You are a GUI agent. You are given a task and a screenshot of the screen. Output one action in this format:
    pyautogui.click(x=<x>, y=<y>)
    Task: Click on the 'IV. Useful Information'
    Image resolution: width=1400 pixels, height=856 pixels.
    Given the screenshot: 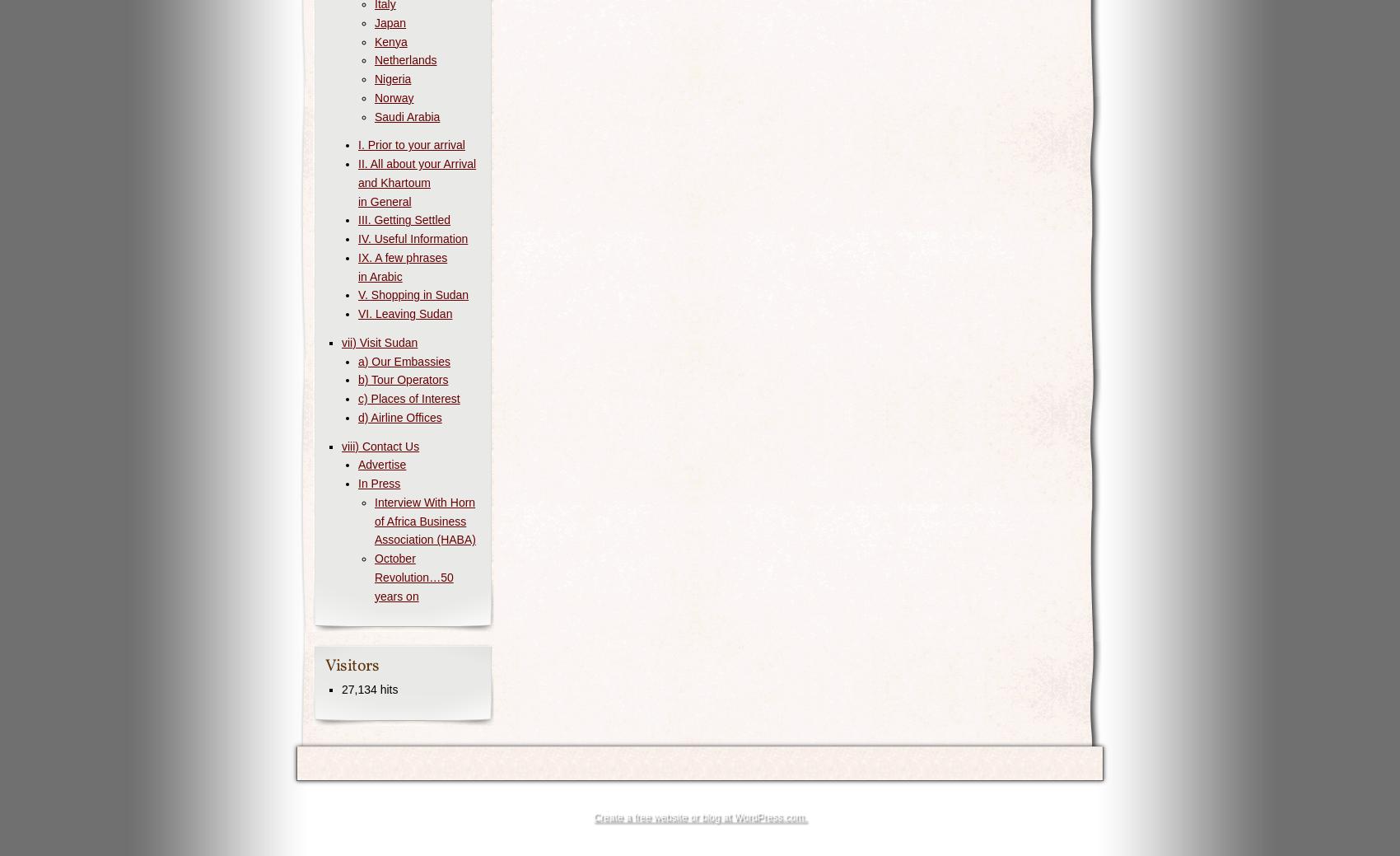 What is the action you would take?
    pyautogui.click(x=413, y=238)
    